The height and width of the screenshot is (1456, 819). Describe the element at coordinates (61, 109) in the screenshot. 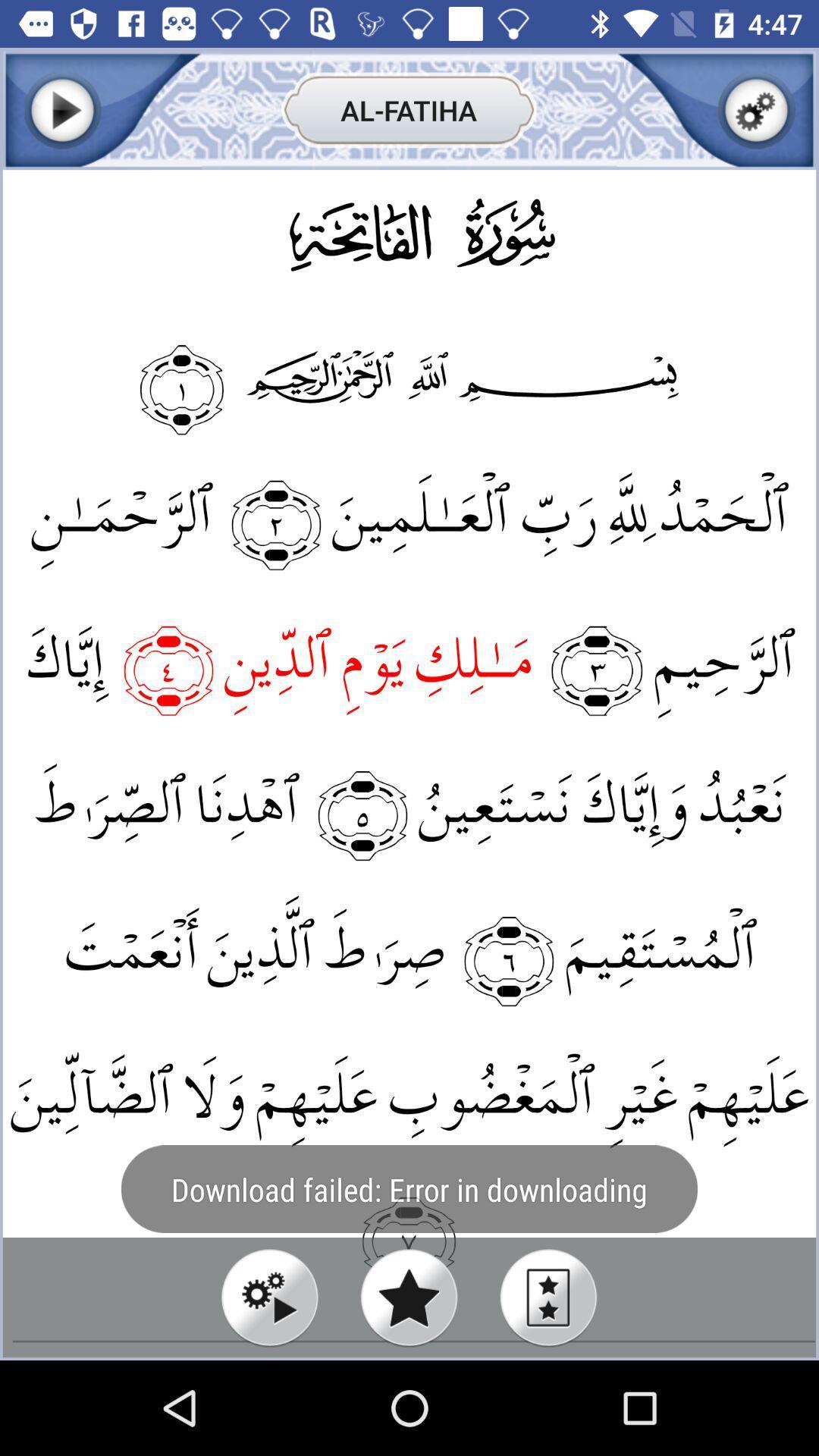

I see `play` at that location.